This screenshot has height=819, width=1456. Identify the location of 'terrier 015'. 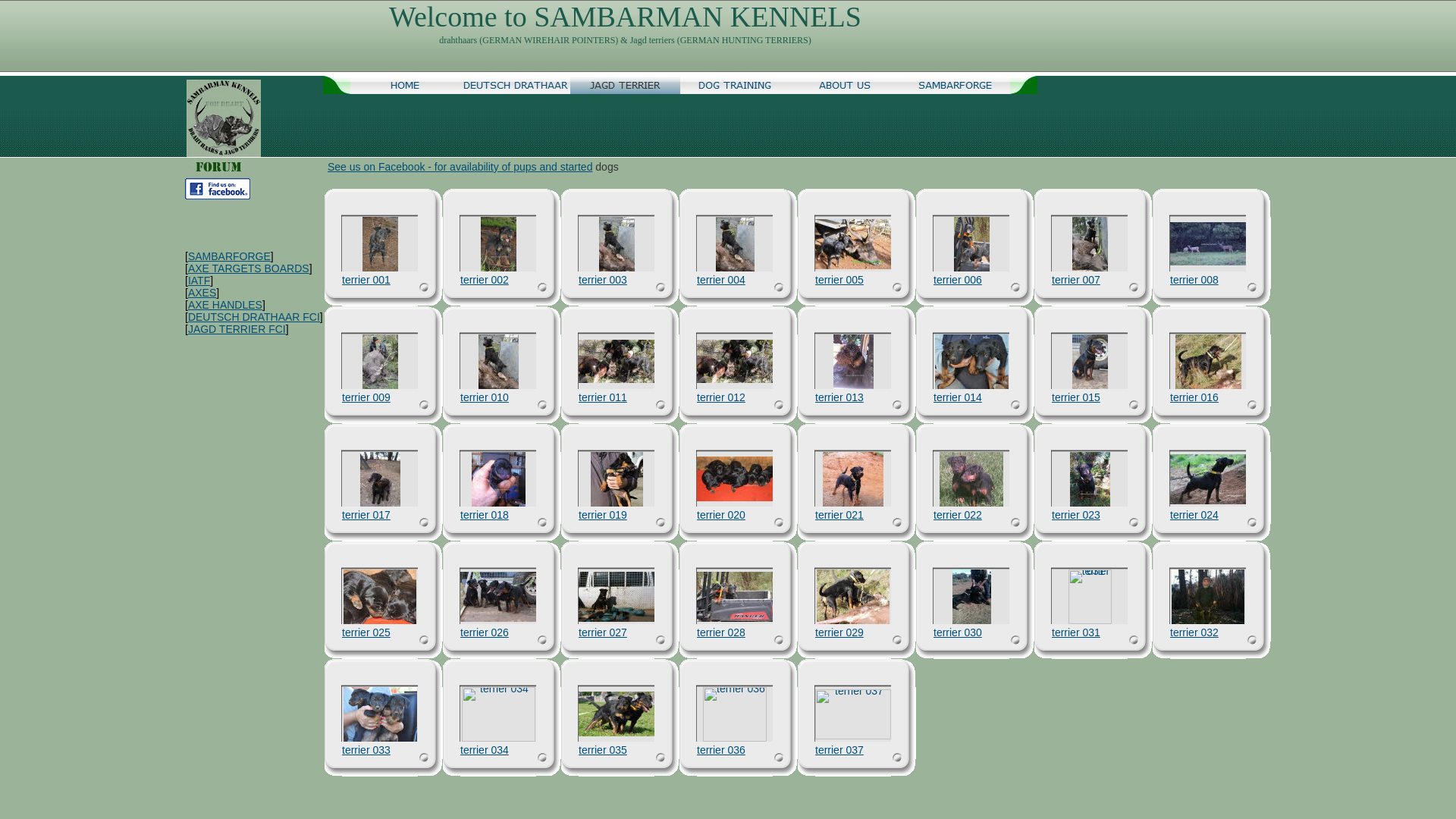
(1089, 362).